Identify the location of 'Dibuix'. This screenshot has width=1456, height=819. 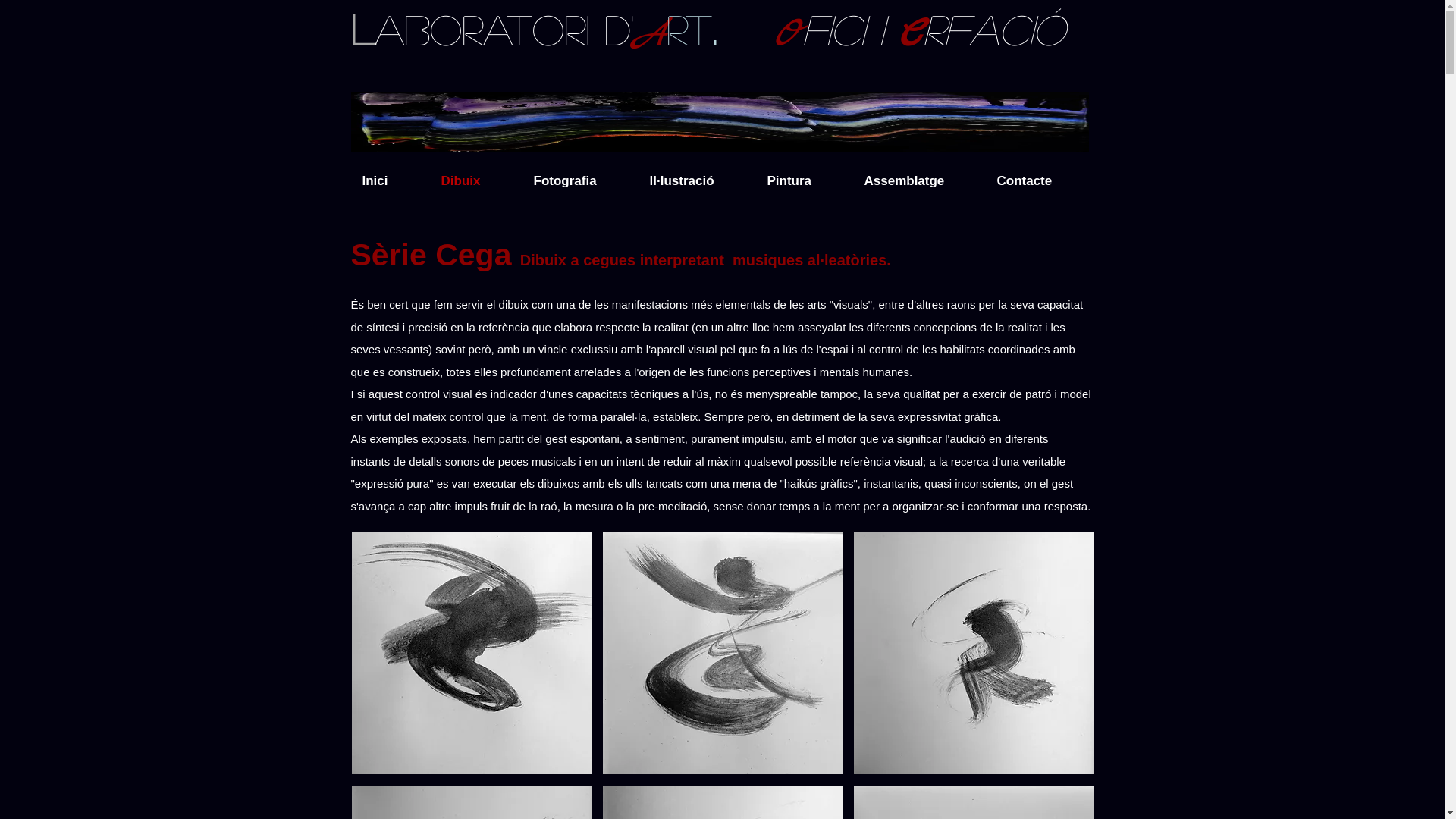
(475, 180).